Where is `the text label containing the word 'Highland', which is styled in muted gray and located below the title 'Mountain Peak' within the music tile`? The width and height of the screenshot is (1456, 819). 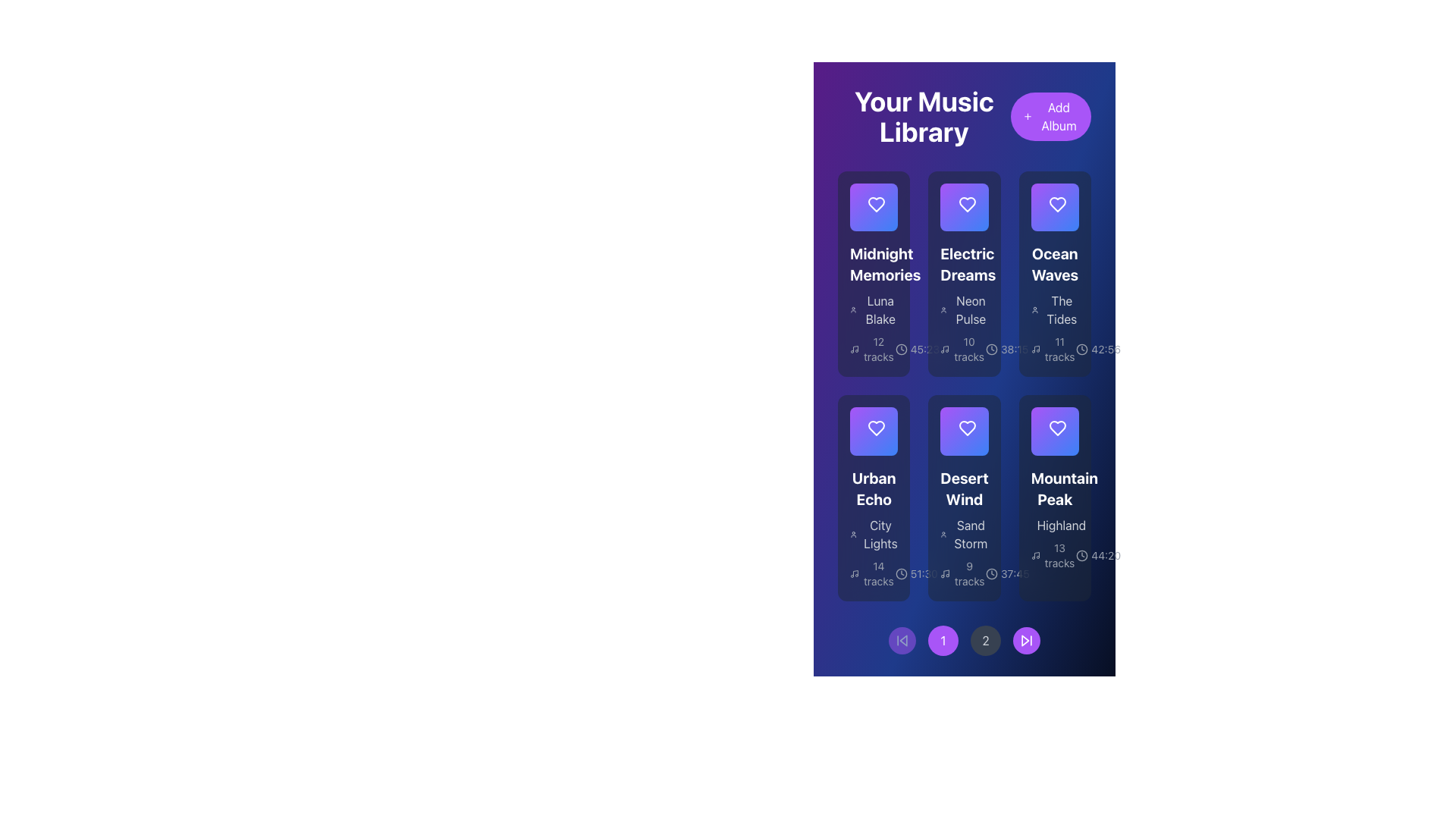
the text label containing the word 'Highland', which is styled in muted gray and located below the title 'Mountain Peak' within the music tile is located at coordinates (1054, 524).